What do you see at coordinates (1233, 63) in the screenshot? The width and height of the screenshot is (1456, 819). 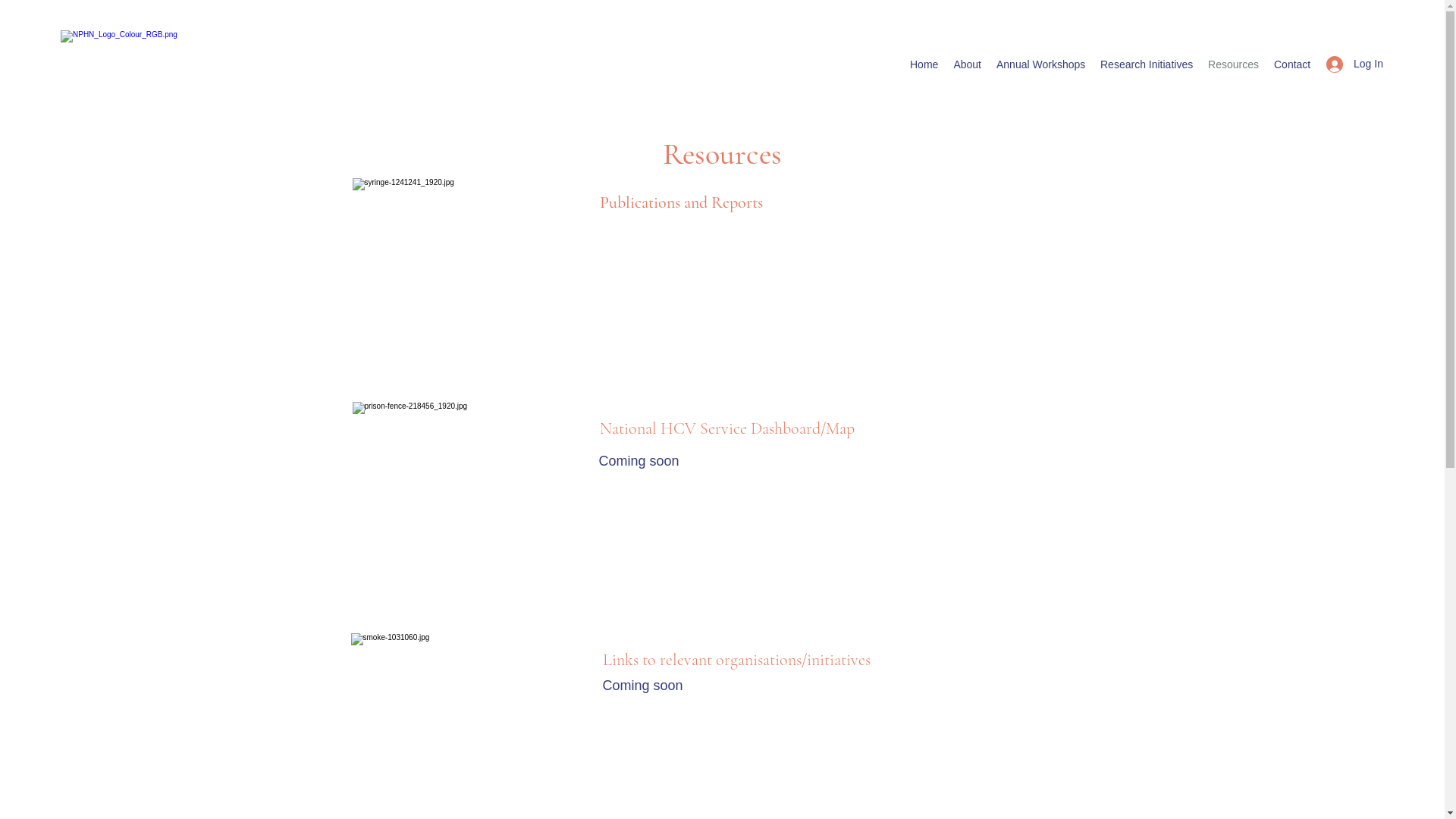 I see `'Resources'` at bounding box center [1233, 63].